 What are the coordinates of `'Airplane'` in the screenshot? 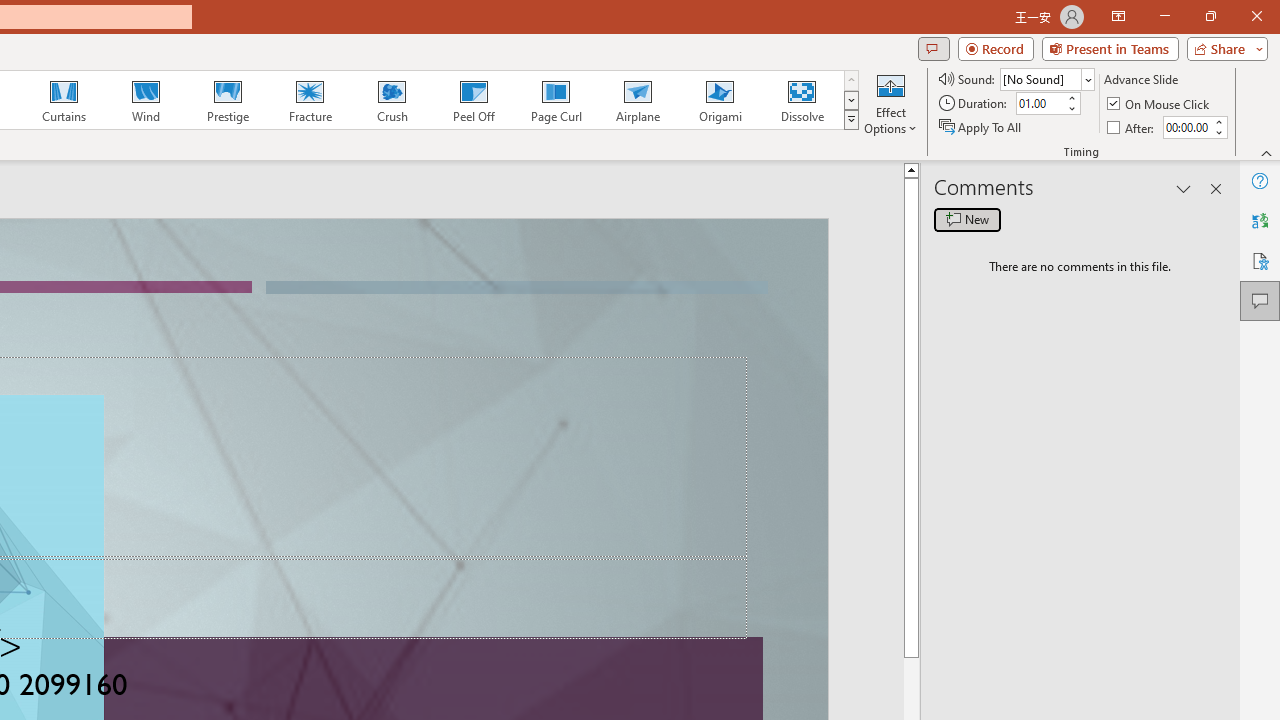 It's located at (636, 100).